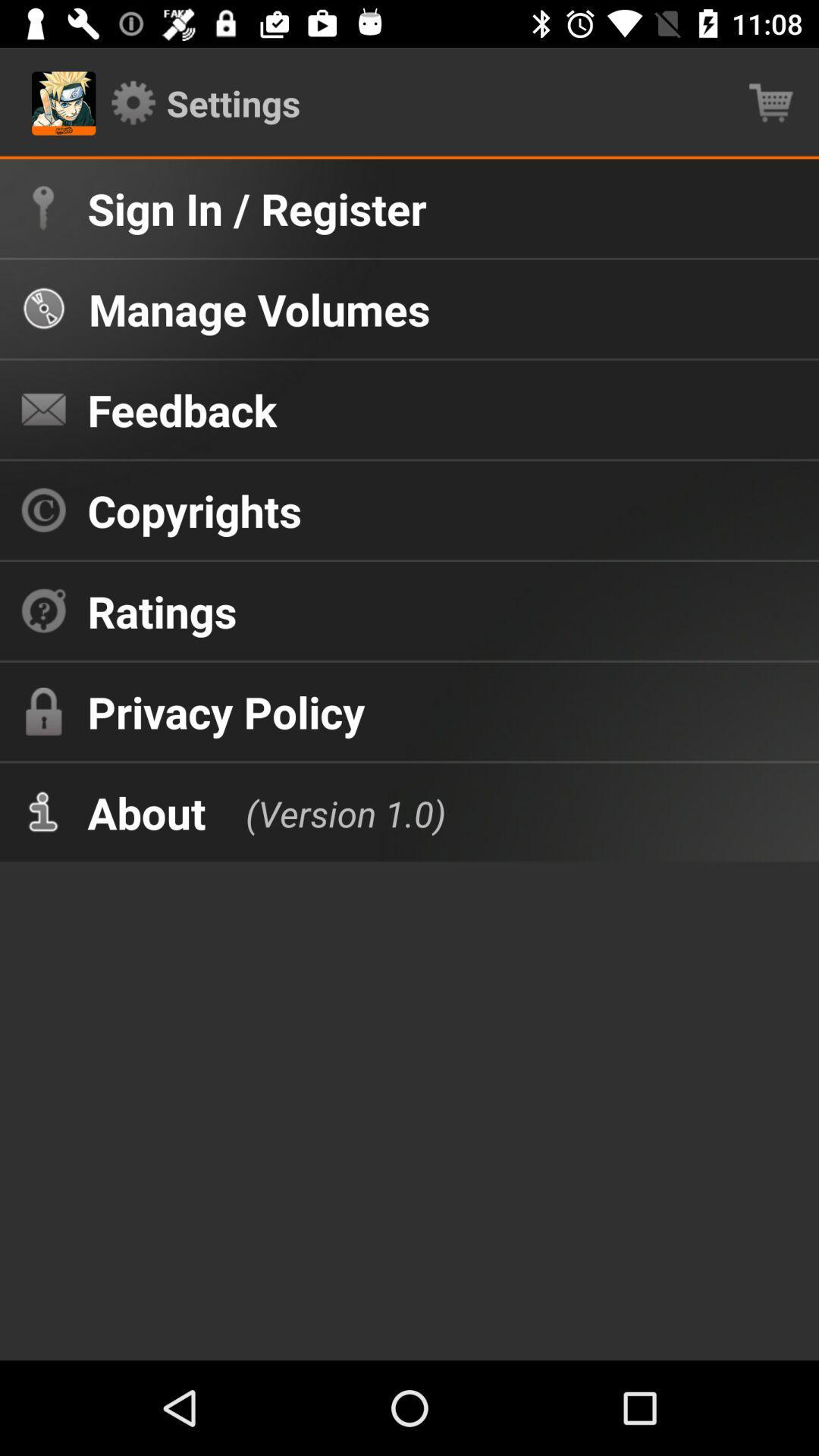 This screenshot has width=819, height=1456. What do you see at coordinates (329, 811) in the screenshot?
I see `(version 1.0)  item` at bounding box center [329, 811].